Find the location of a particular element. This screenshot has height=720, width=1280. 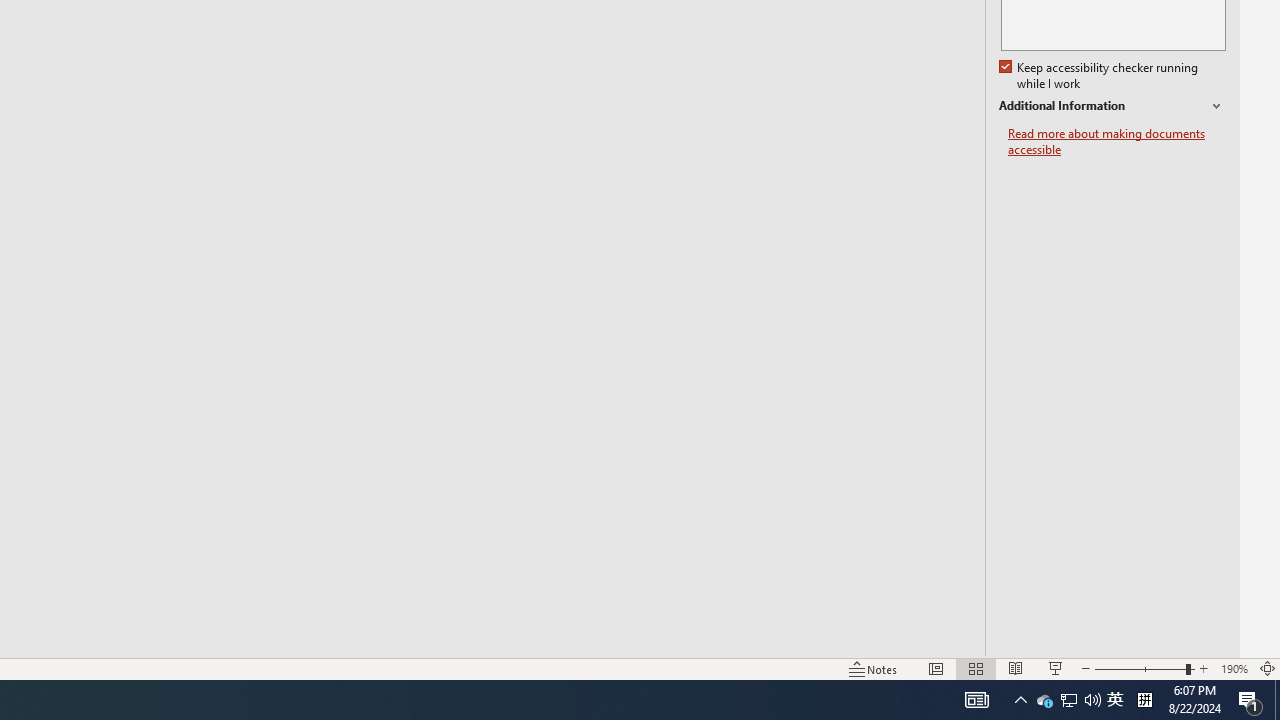

'Keep accessibility checker running while I work' is located at coordinates (1099, 75).